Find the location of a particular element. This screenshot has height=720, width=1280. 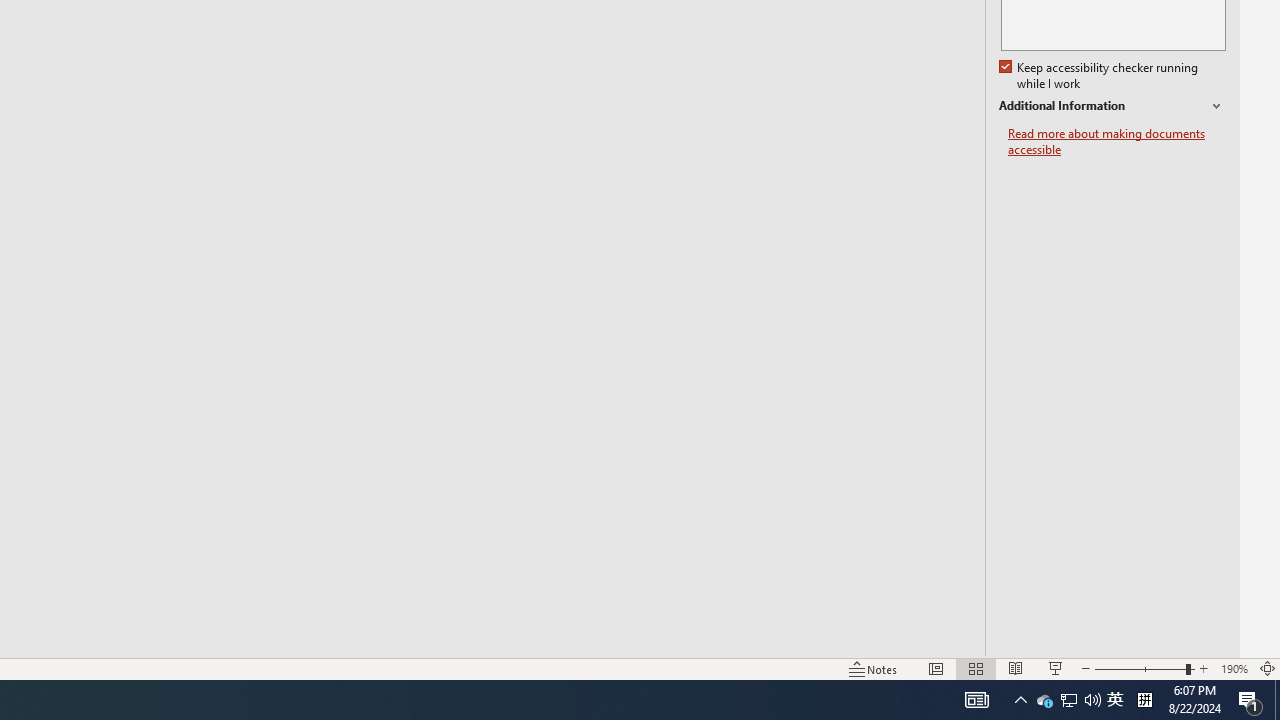

'Keep accessibility checker running while I work' is located at coordinates (1099, 75).